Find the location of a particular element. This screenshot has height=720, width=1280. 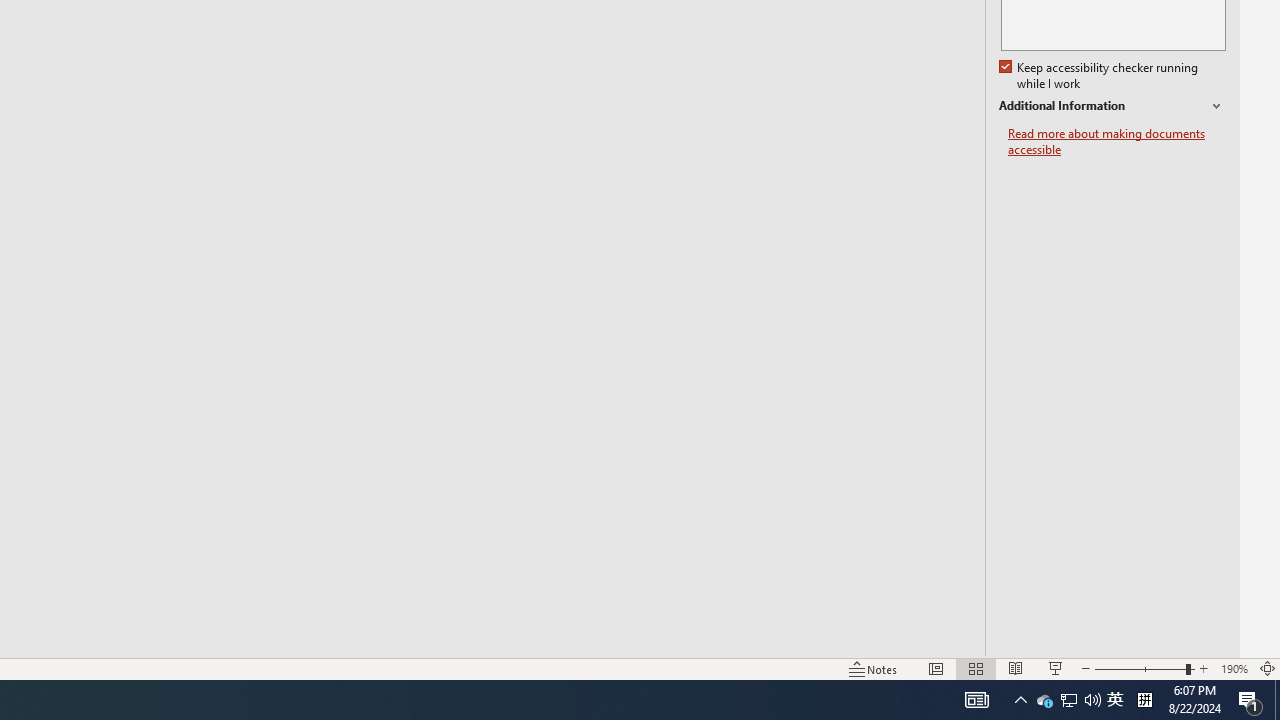

'Keep accessibility checker running while I work' is located at coordinates (1099, 75).